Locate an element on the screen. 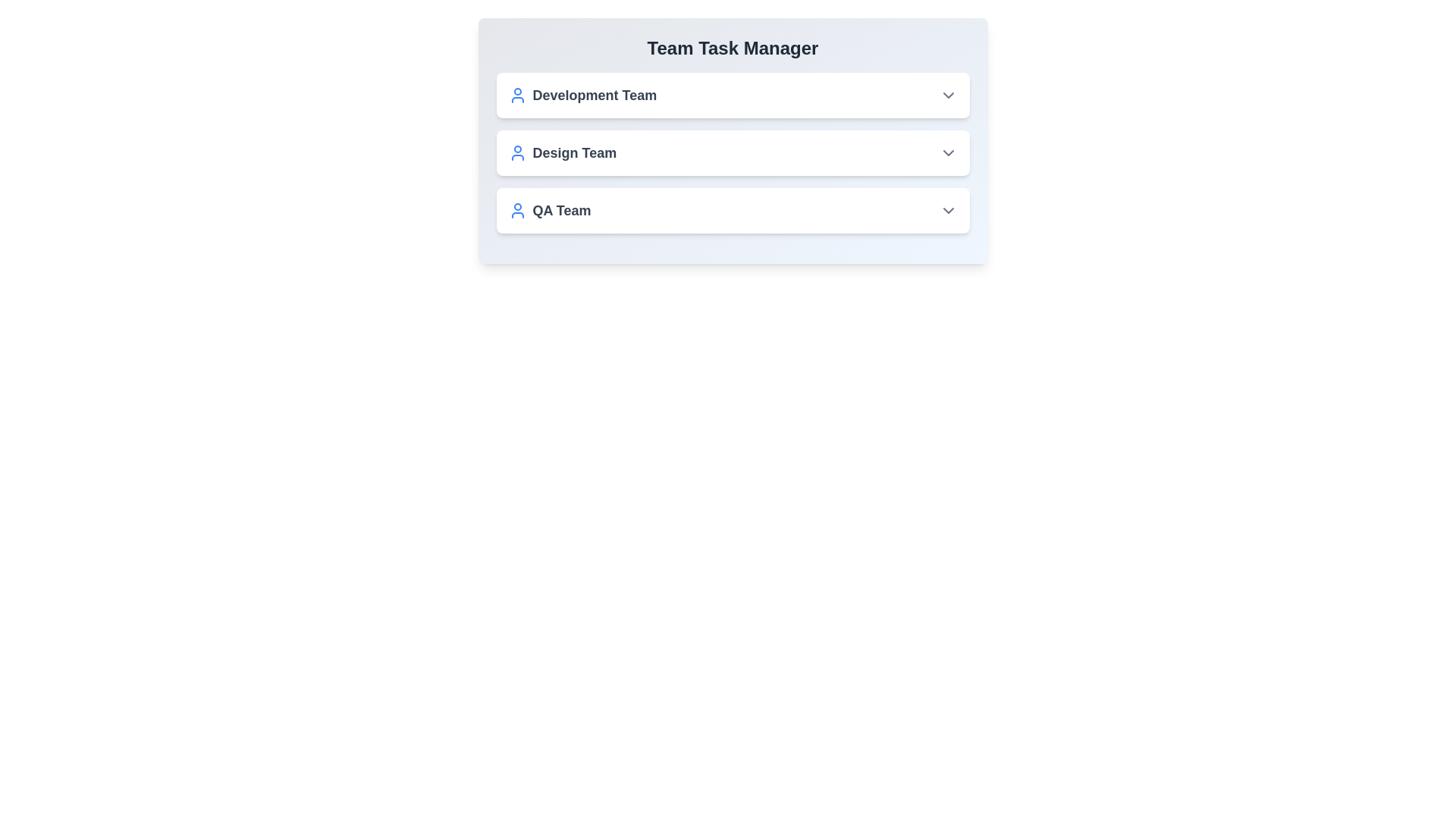 Image resolution: width=1456 pixels, height=819 pixels. the header of the Development Team section is located at coordinates (733, 96).